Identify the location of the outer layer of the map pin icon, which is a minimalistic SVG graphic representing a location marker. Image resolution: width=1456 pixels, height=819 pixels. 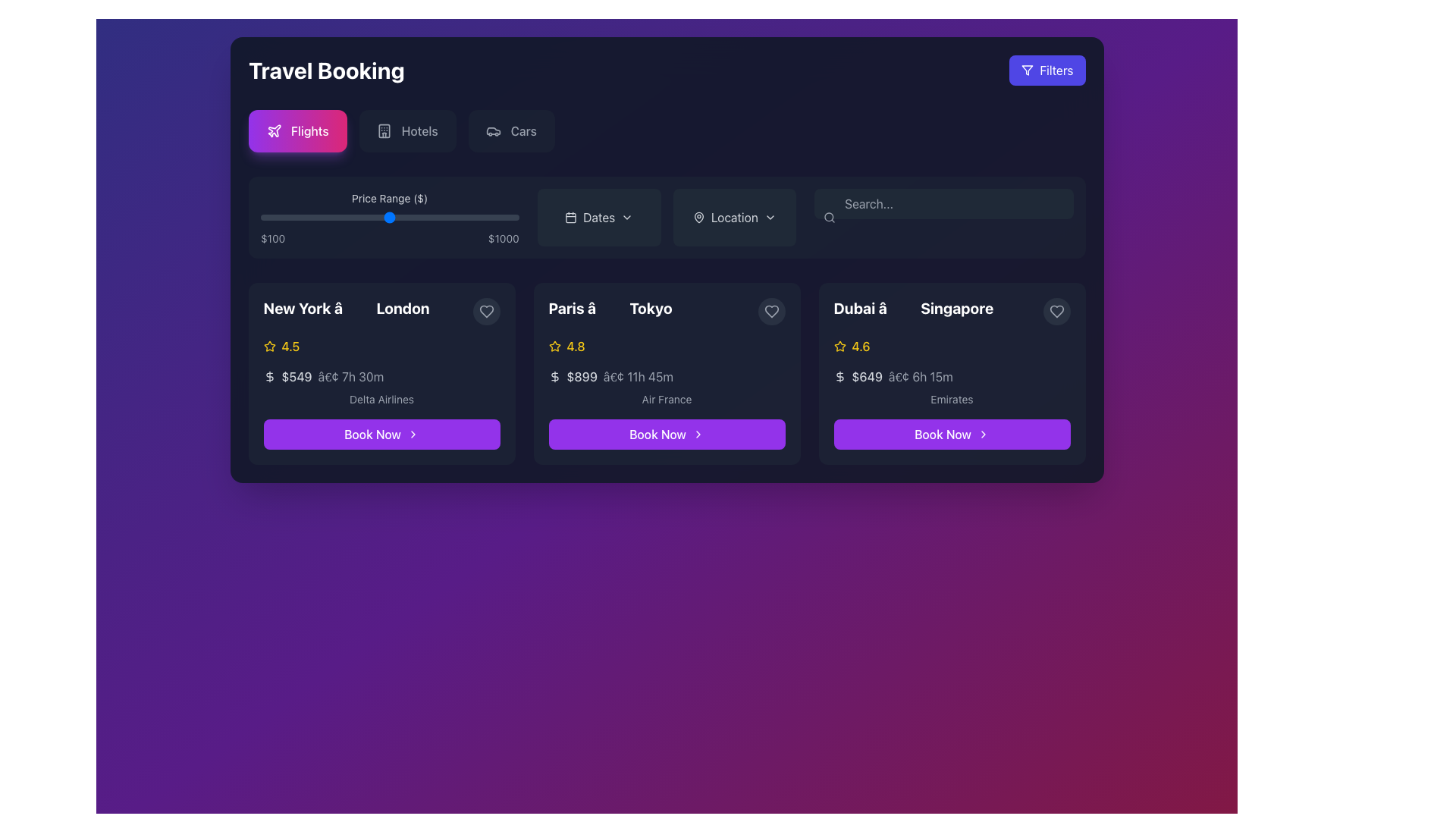
(698, 217).